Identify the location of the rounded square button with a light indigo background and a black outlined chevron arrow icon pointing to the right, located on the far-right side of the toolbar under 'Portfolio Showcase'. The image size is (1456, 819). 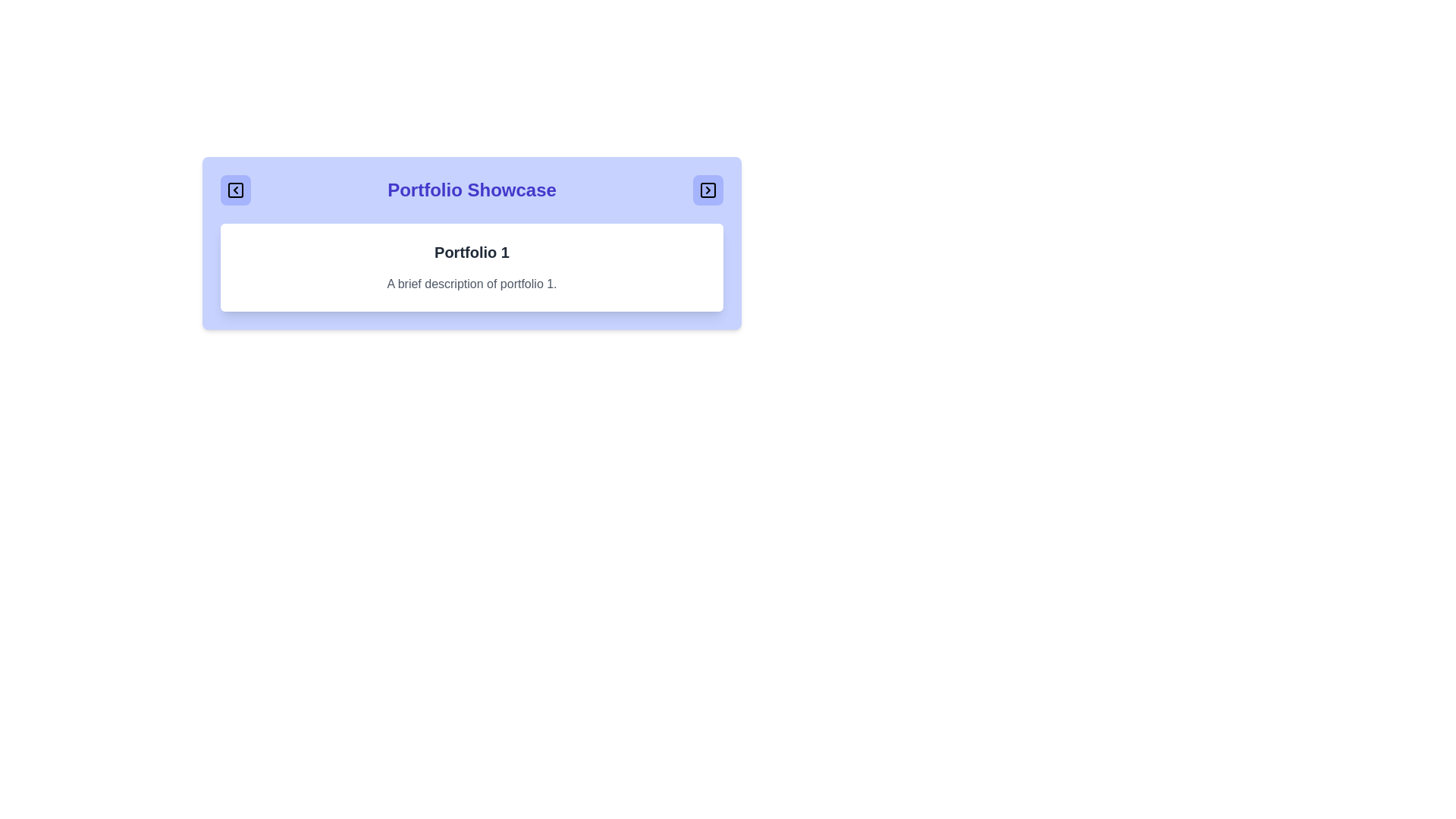
(707, 189).